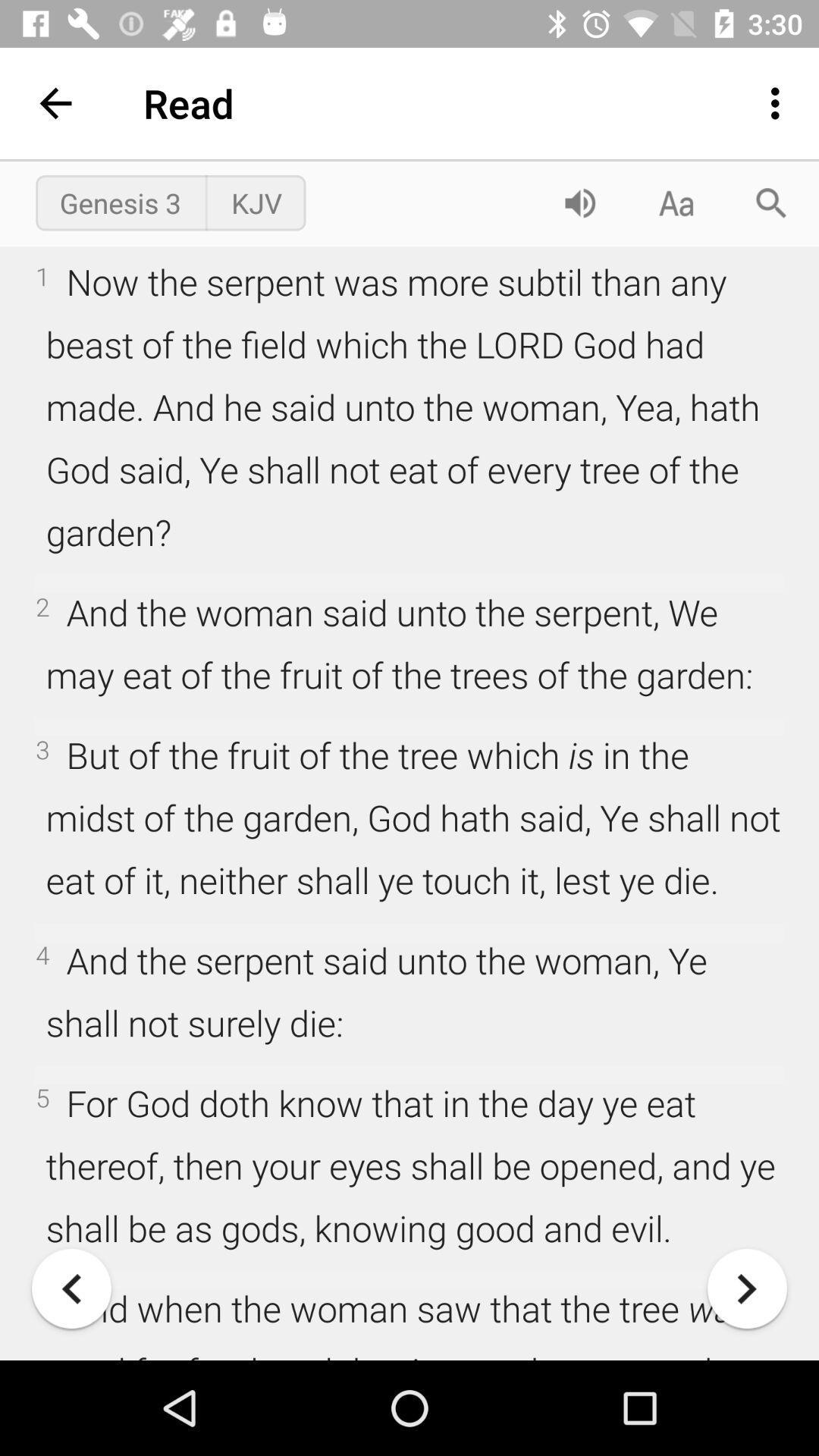 This screenshot has width=819, height=1456. I want to click on listen to text, so click(579, 202).